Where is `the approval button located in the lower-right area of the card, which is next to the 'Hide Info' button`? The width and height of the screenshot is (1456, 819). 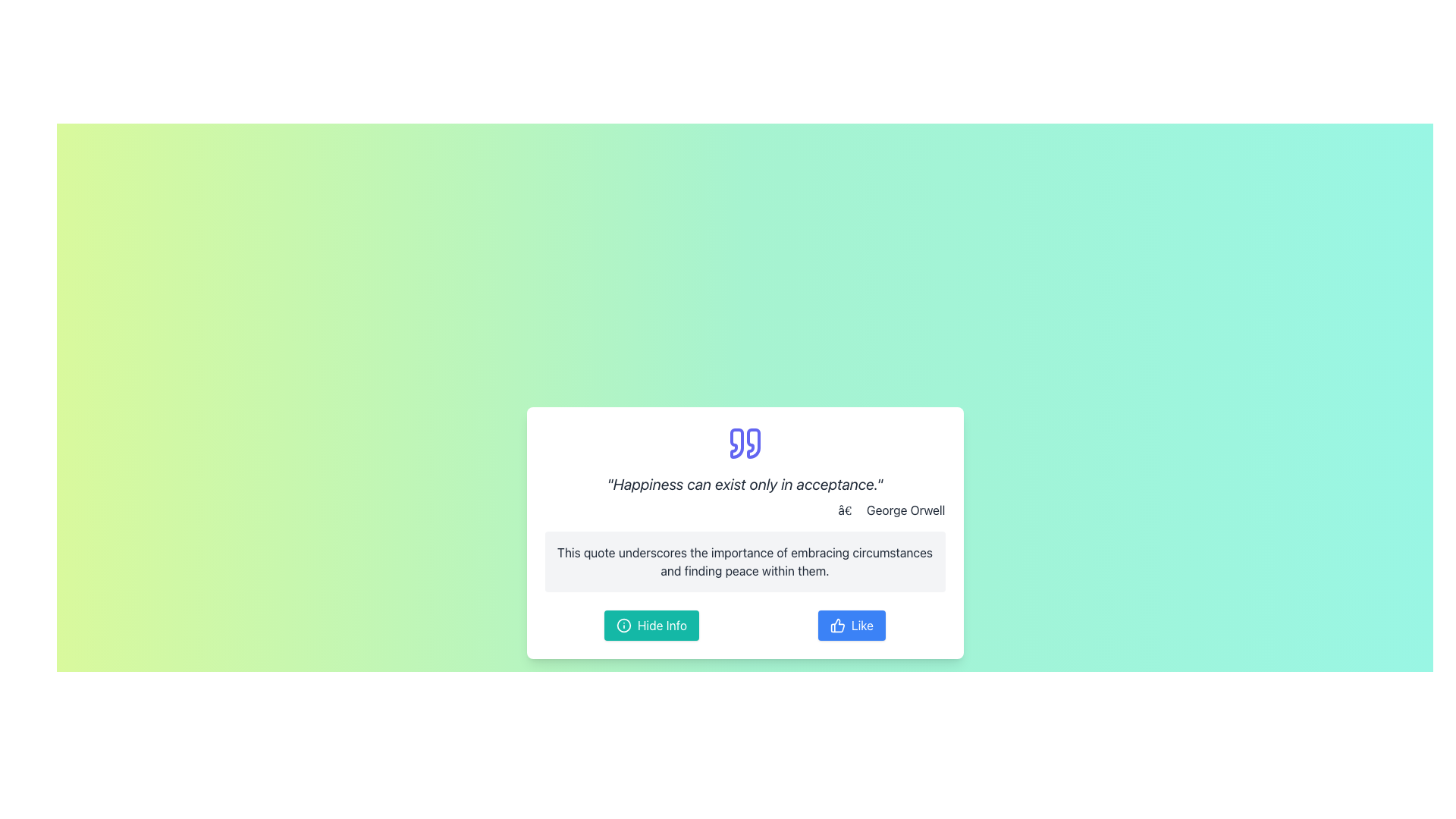
the approval button located in the lower-right area of the card, which is next to the 'Hide Info' button is located at coordinates (852, 626).